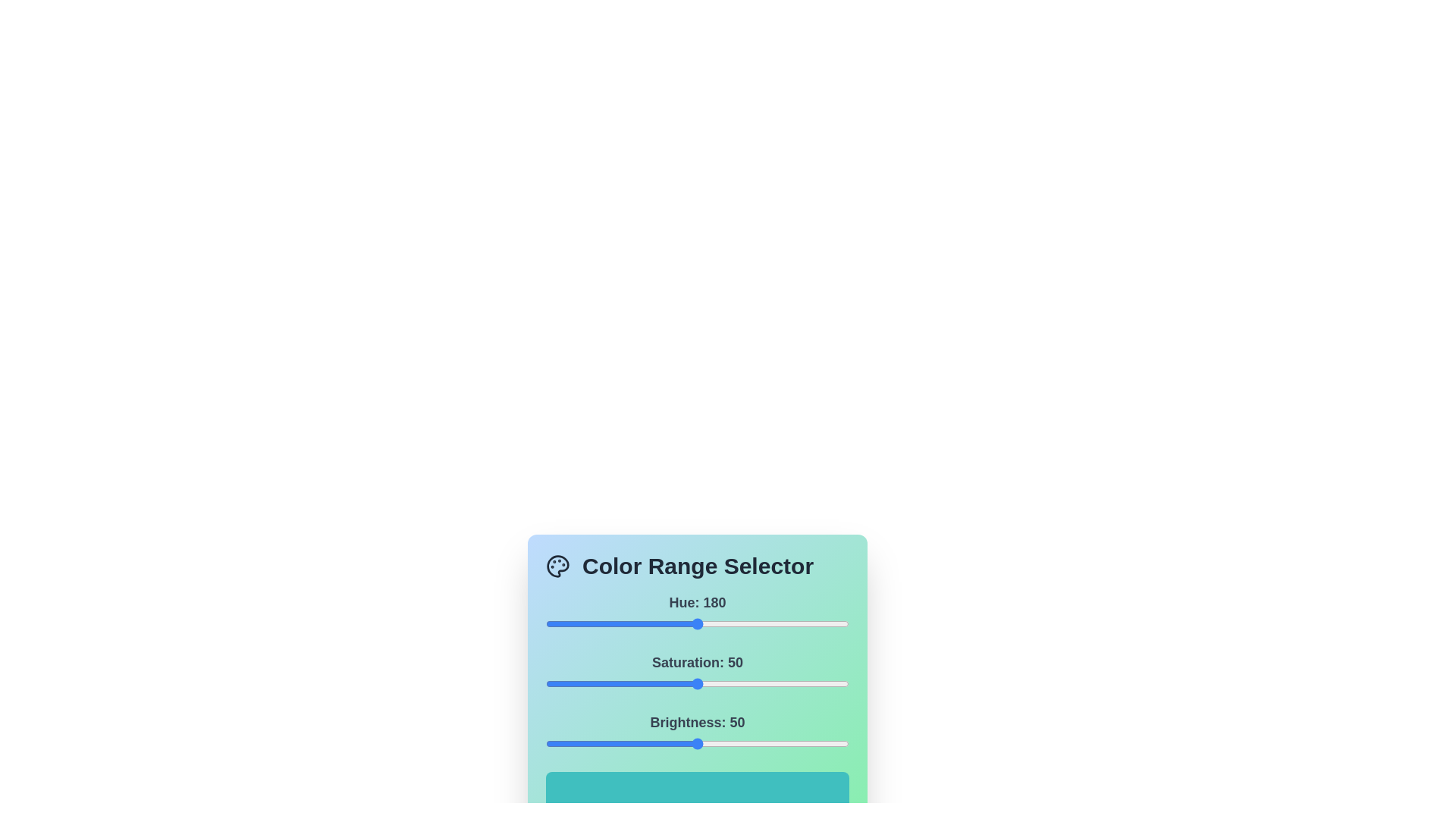 This screenshot has height=819, width=1456. I want to click on the 0 slider to 27, so click(567, 623).